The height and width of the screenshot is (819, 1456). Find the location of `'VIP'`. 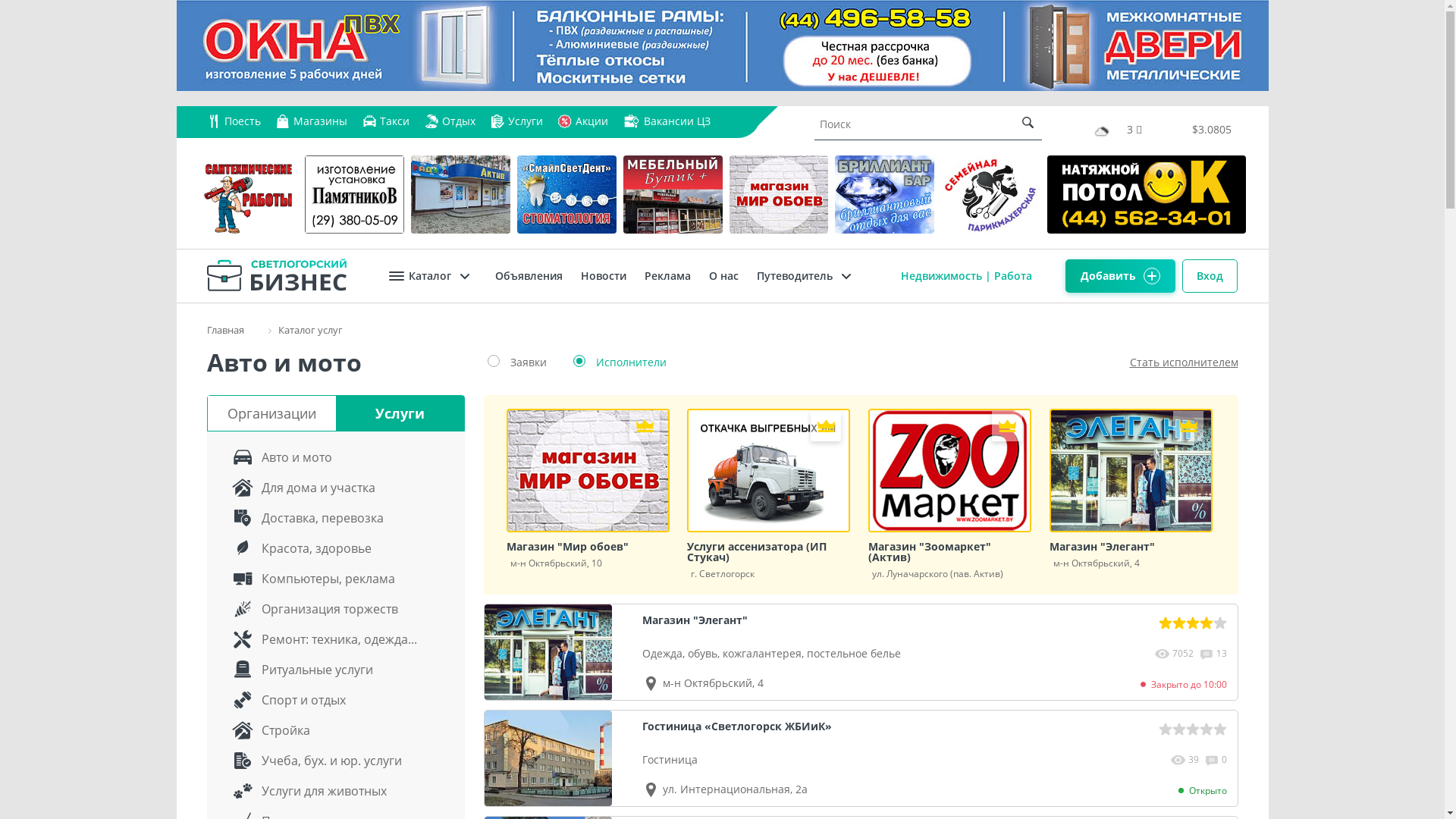

'VIP' is located at coordinates (1167, 428).